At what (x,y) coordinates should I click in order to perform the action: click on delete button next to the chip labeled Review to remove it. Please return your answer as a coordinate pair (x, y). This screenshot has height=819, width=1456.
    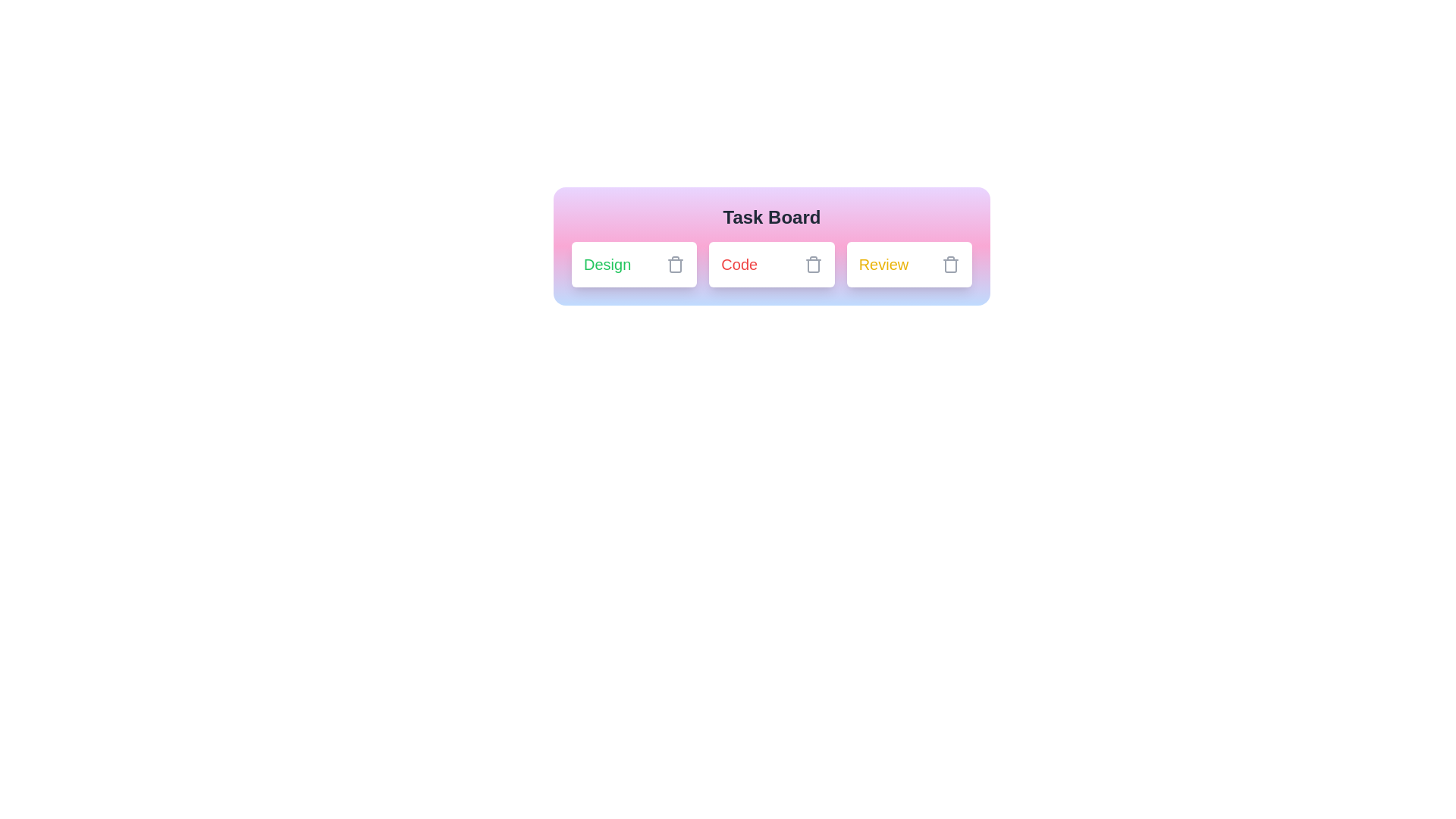
    Looking at the image, I should click on (949, 263).